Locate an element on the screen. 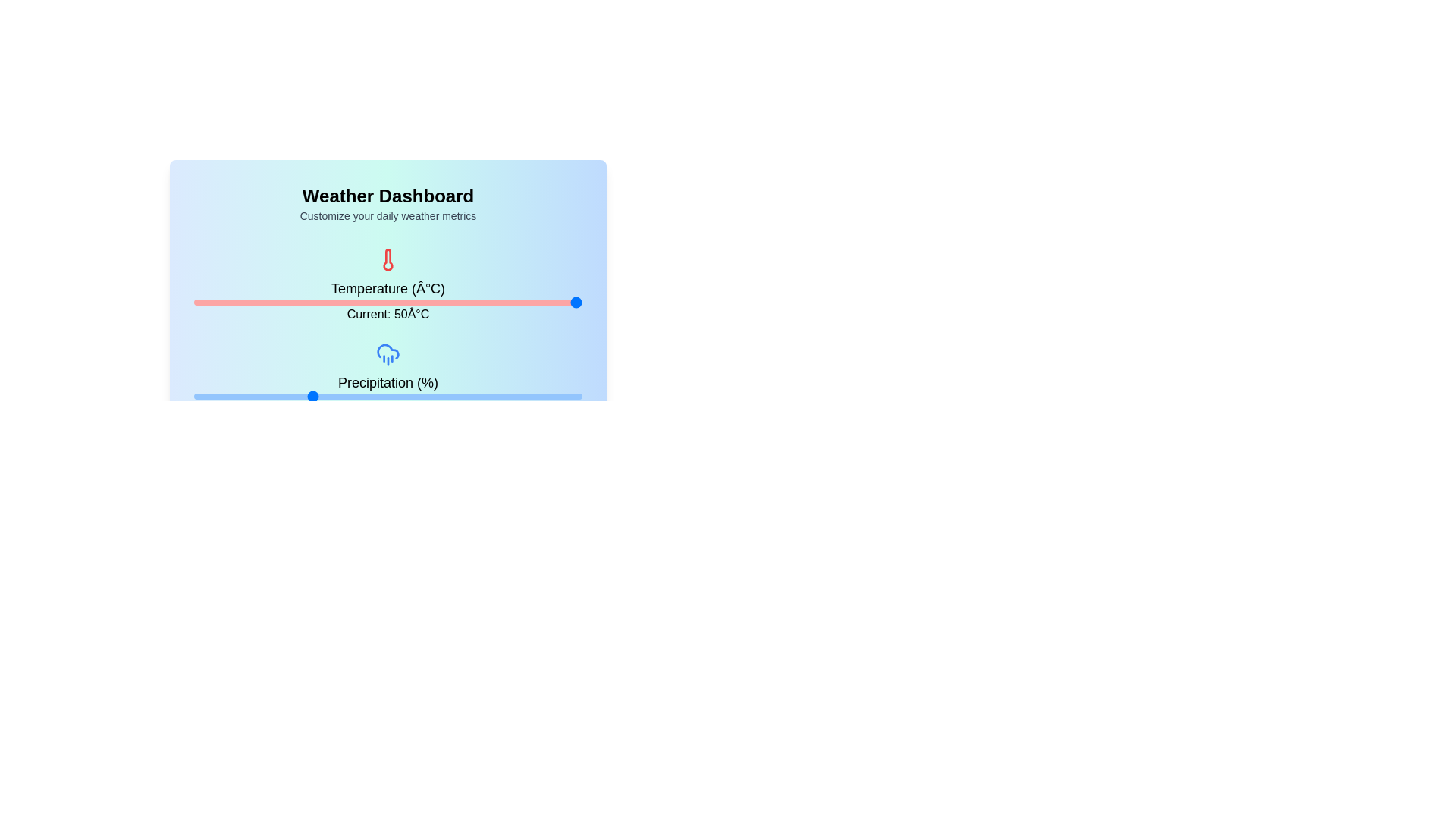 This screenshot has width=1456, height=819. the precipitation level is located at coordinates (232, 396).